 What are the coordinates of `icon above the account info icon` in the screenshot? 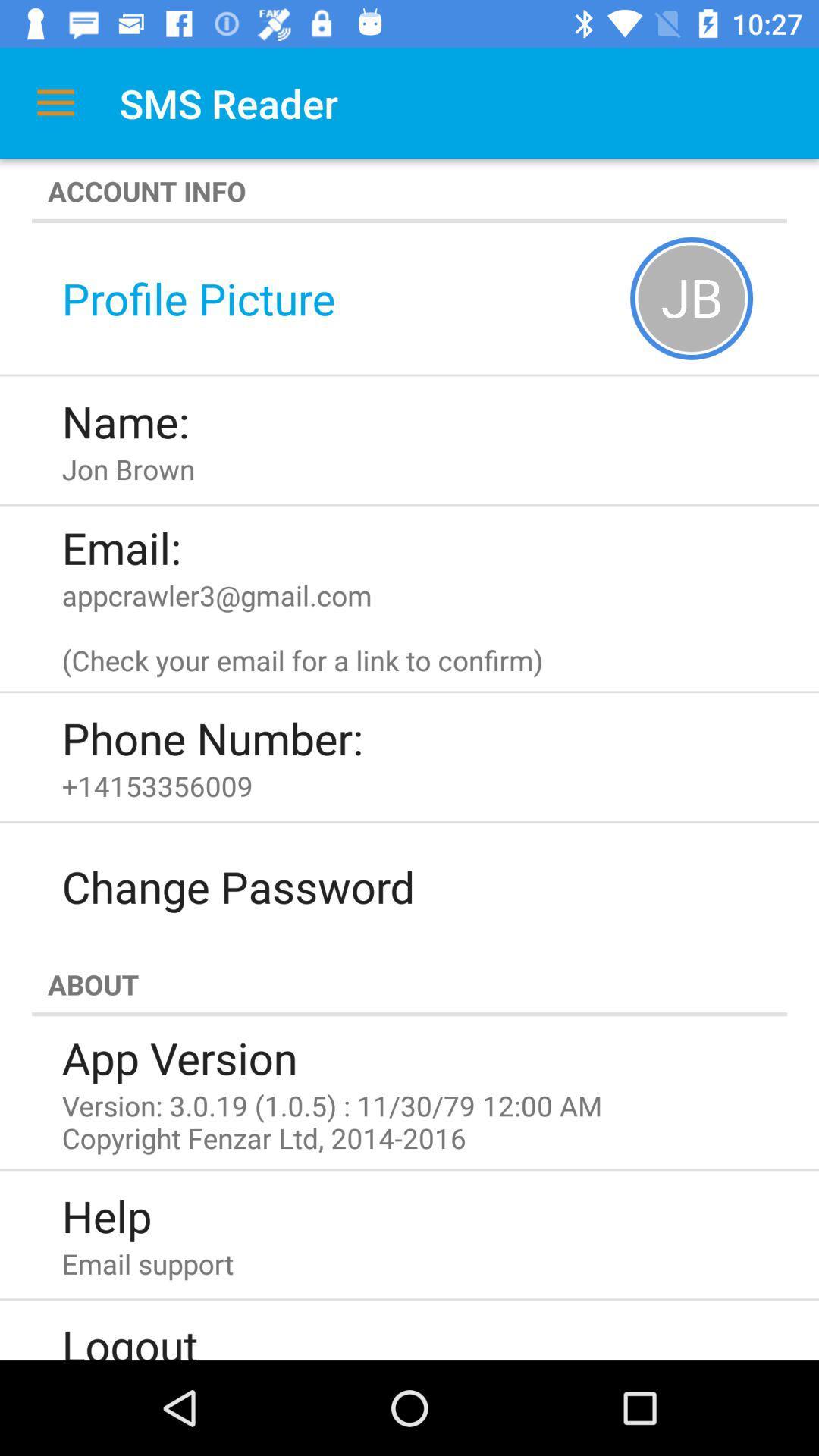 It's located at (55, 102).